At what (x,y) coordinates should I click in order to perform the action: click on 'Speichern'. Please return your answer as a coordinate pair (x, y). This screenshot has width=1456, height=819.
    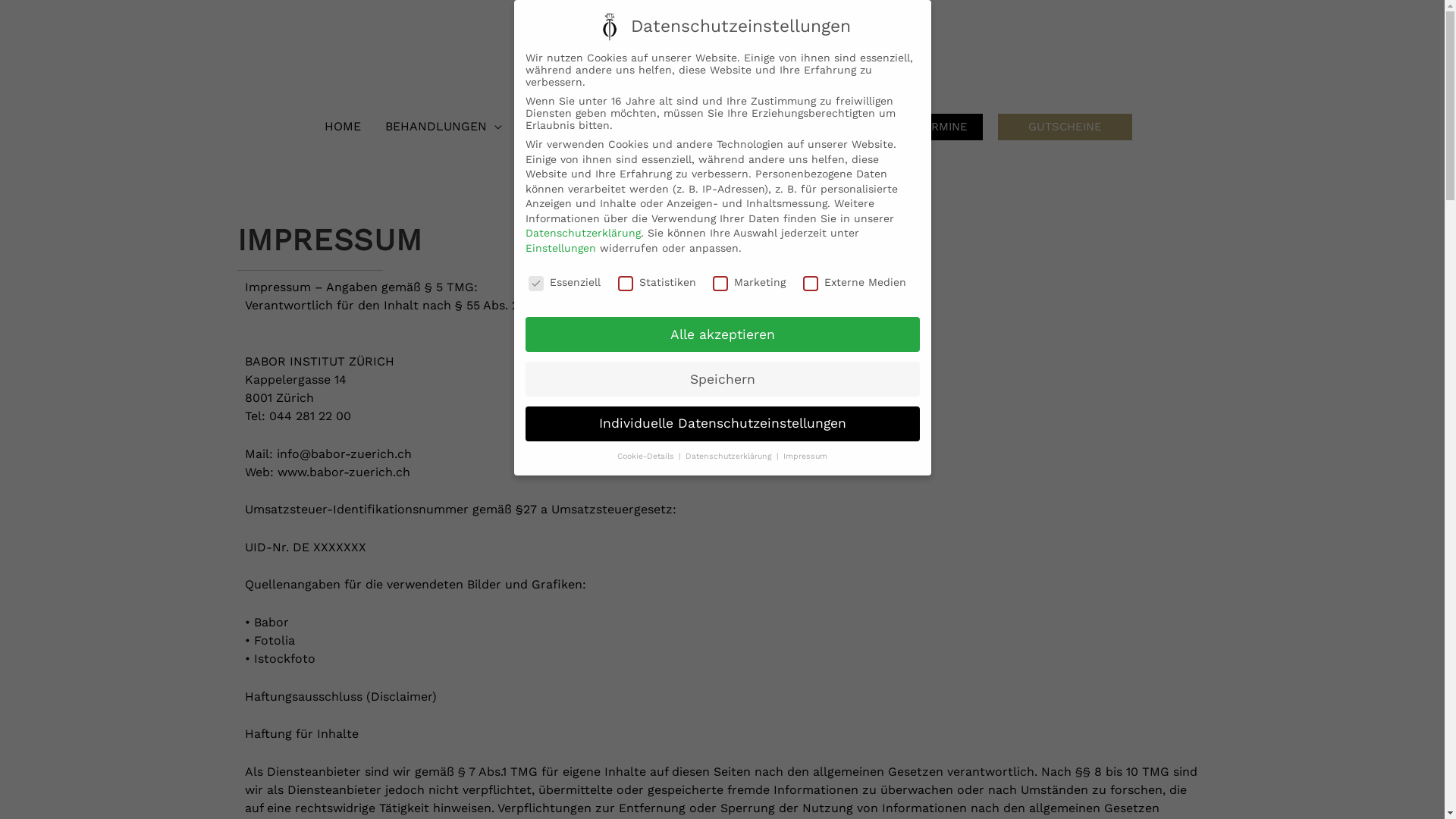
    Looking at the image, I should click on (720, 378).